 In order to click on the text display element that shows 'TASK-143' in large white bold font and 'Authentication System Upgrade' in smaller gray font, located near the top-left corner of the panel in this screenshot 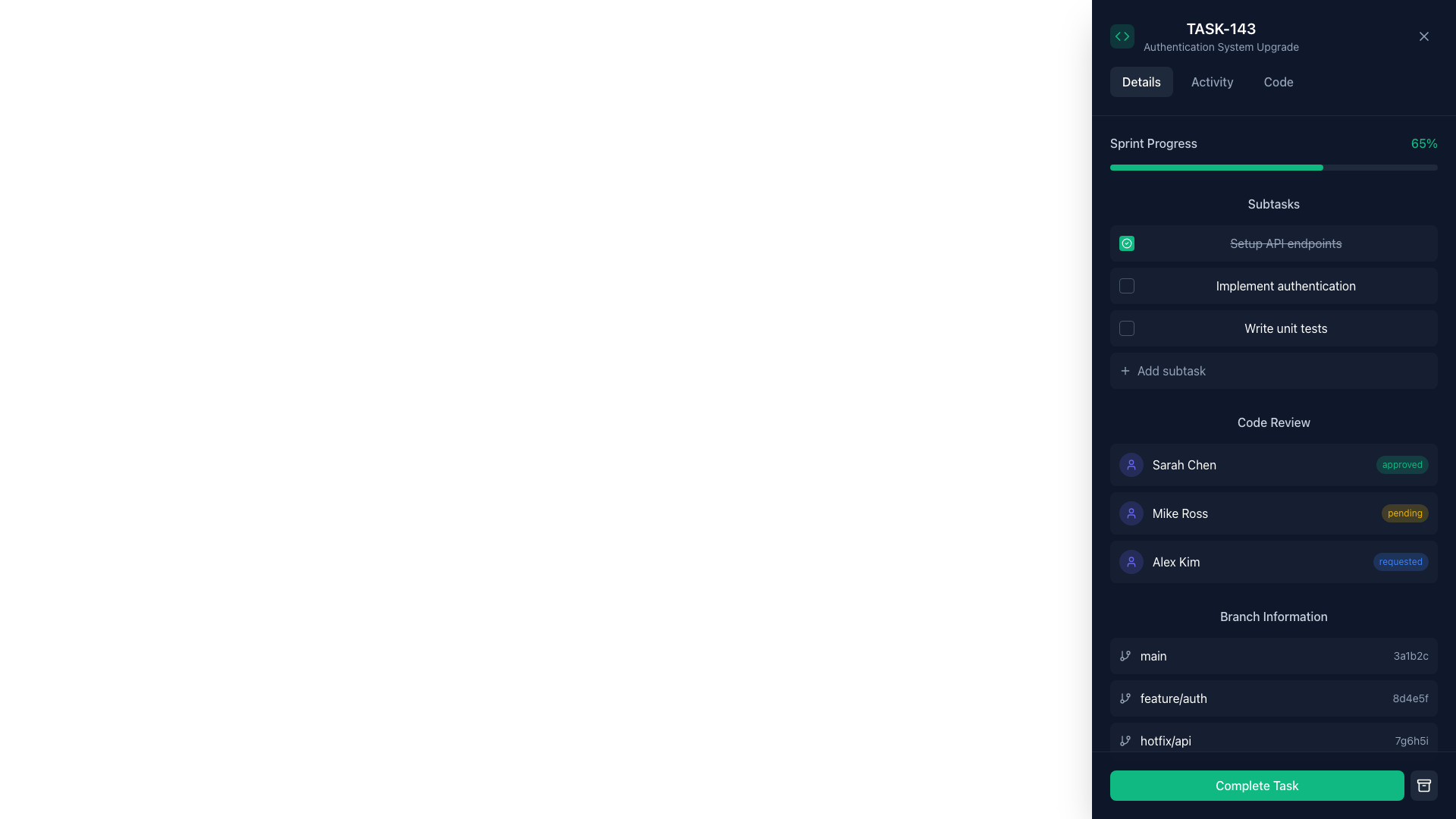, I will do `click(1221, 35)`.